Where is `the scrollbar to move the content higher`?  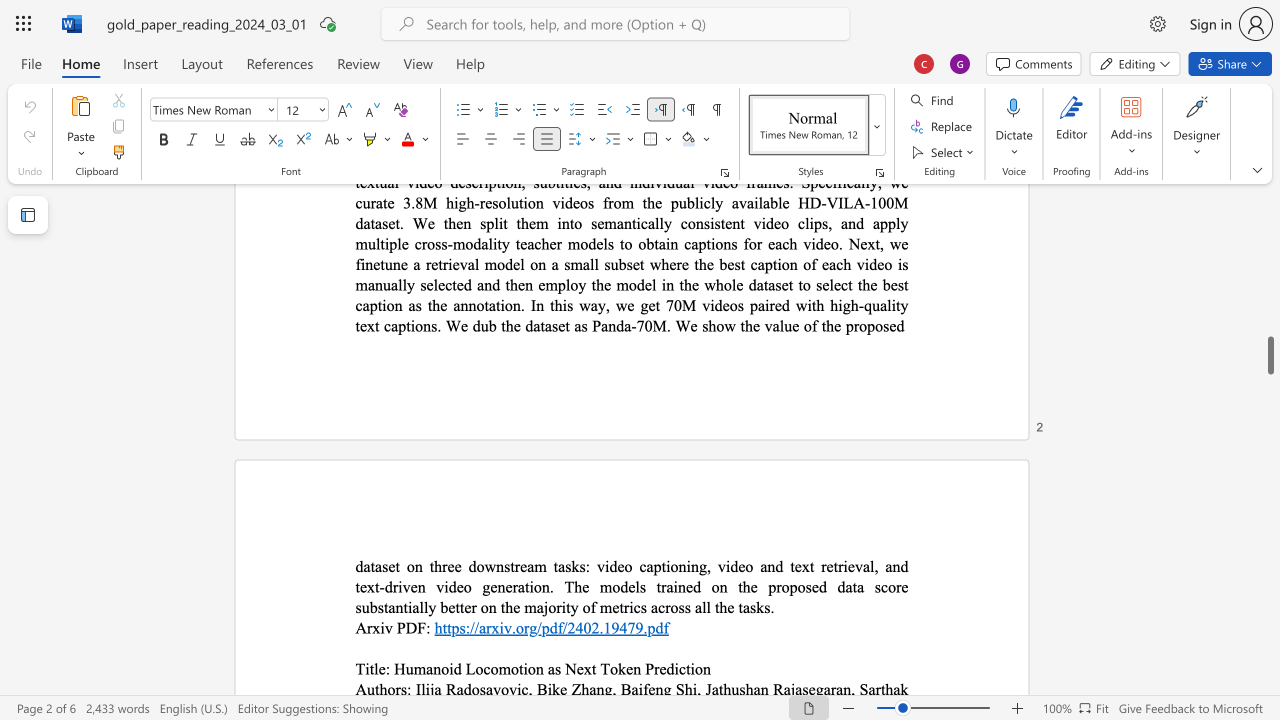 the scrollbar to move the content higher is located at coordinates (1269, 290).